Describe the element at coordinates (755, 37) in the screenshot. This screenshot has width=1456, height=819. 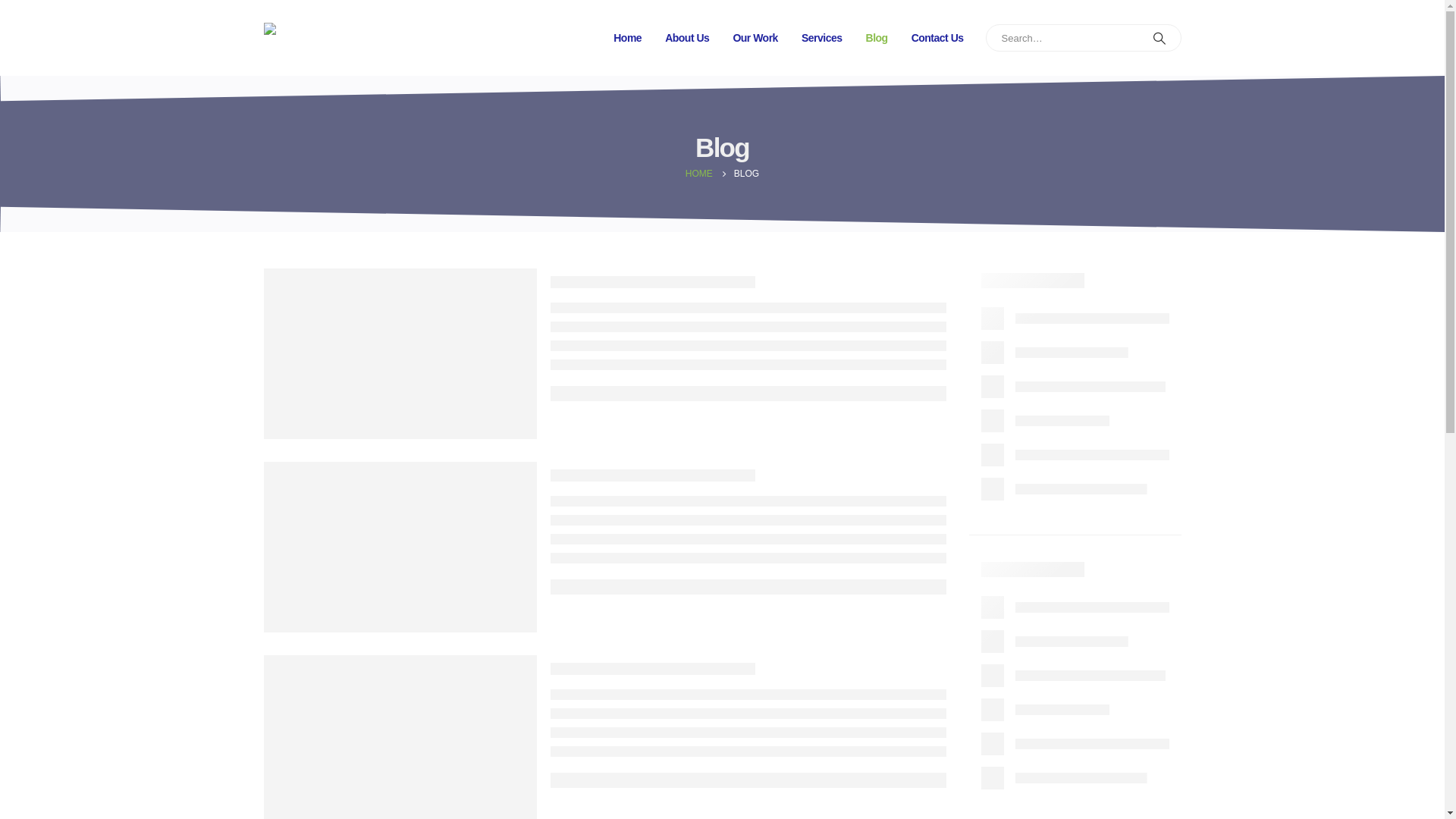
I see `'Our Work'` at that location.